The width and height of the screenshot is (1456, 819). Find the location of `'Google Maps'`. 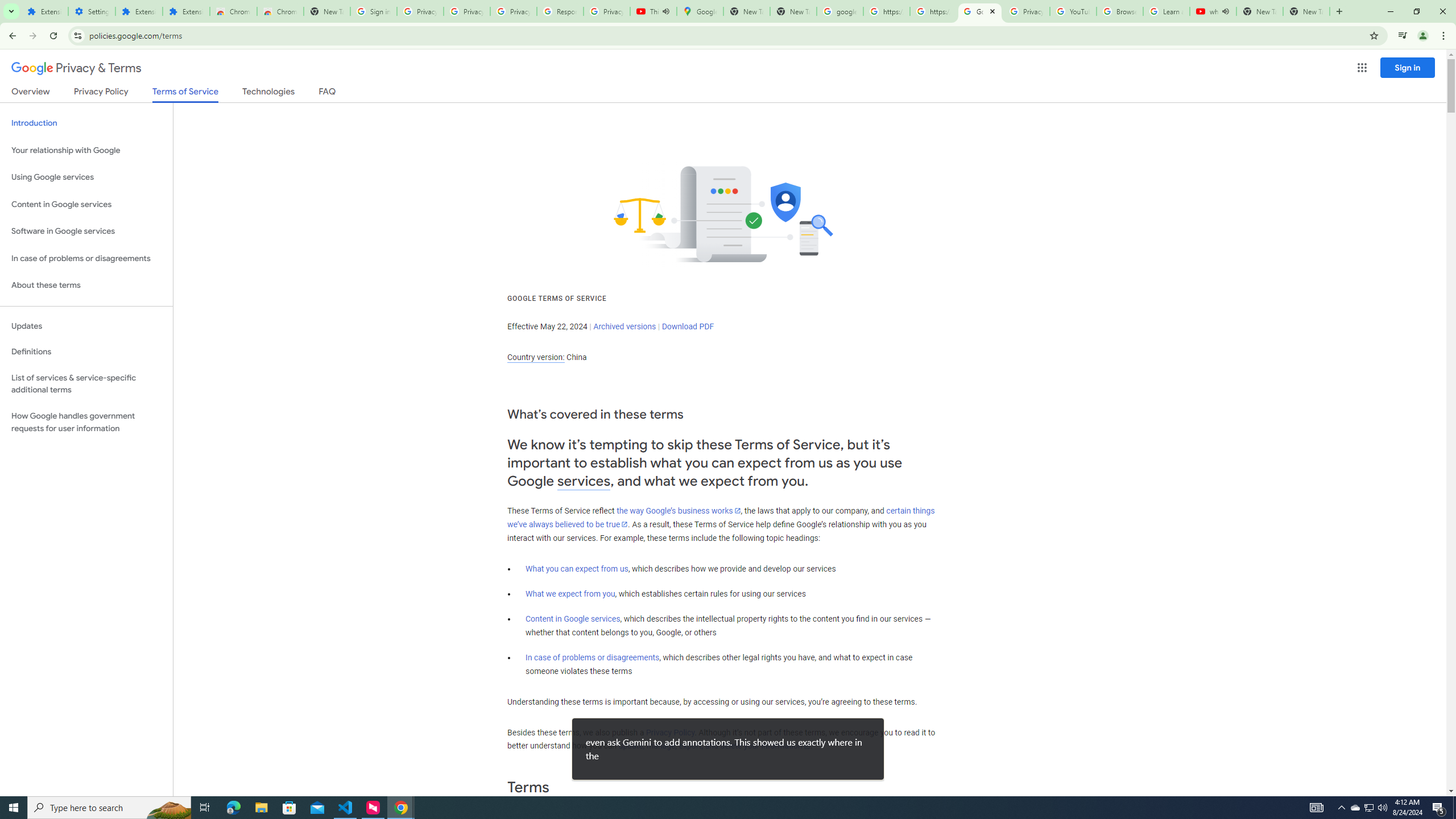

'Google Maps' is located at coordinates (700, 11).